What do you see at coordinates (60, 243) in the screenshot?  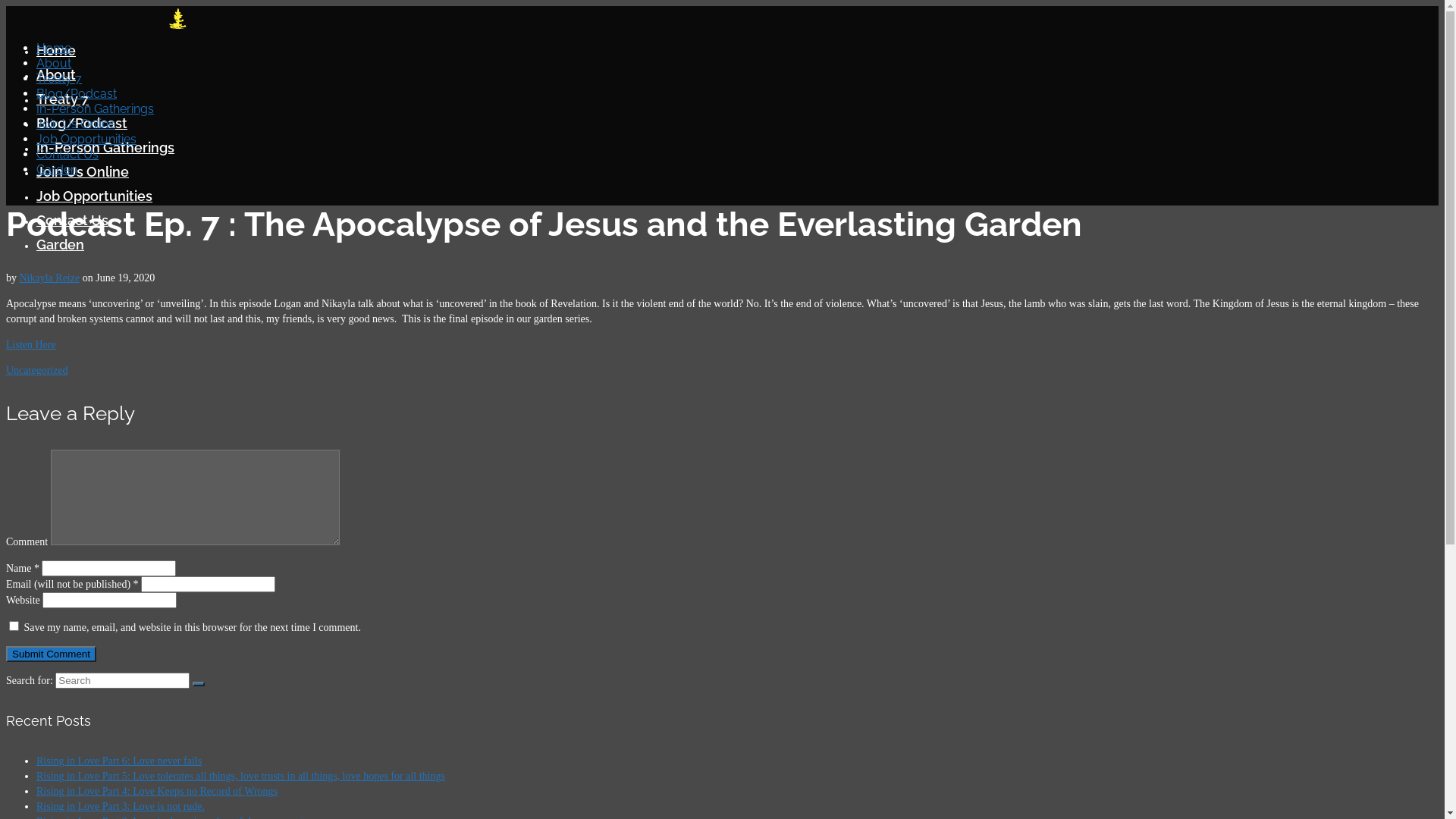 I see `'Garden'` at bounding box center [60, 243].